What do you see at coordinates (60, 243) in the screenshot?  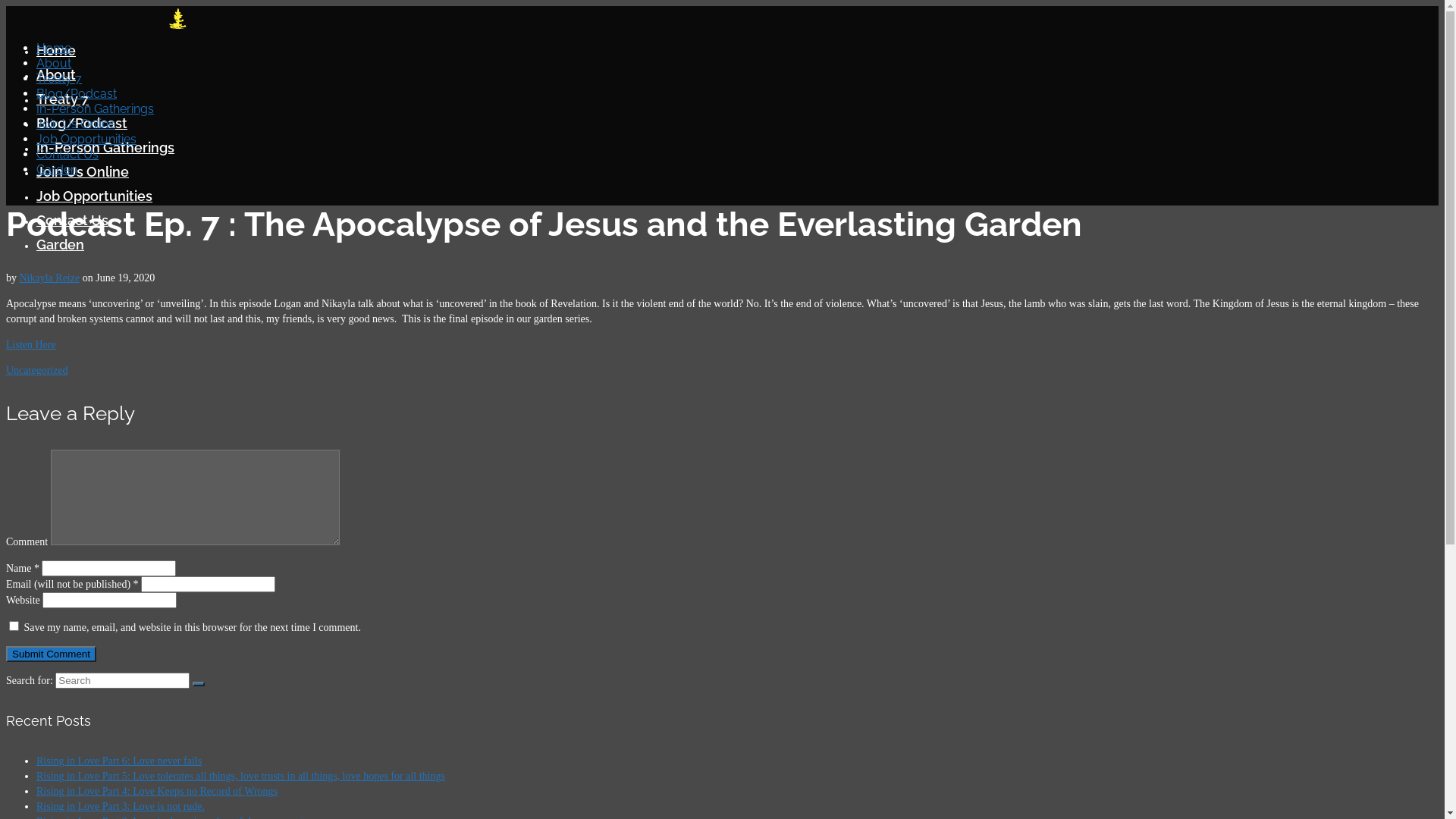 I see `'Garden'` at bounding box center [60, 243].